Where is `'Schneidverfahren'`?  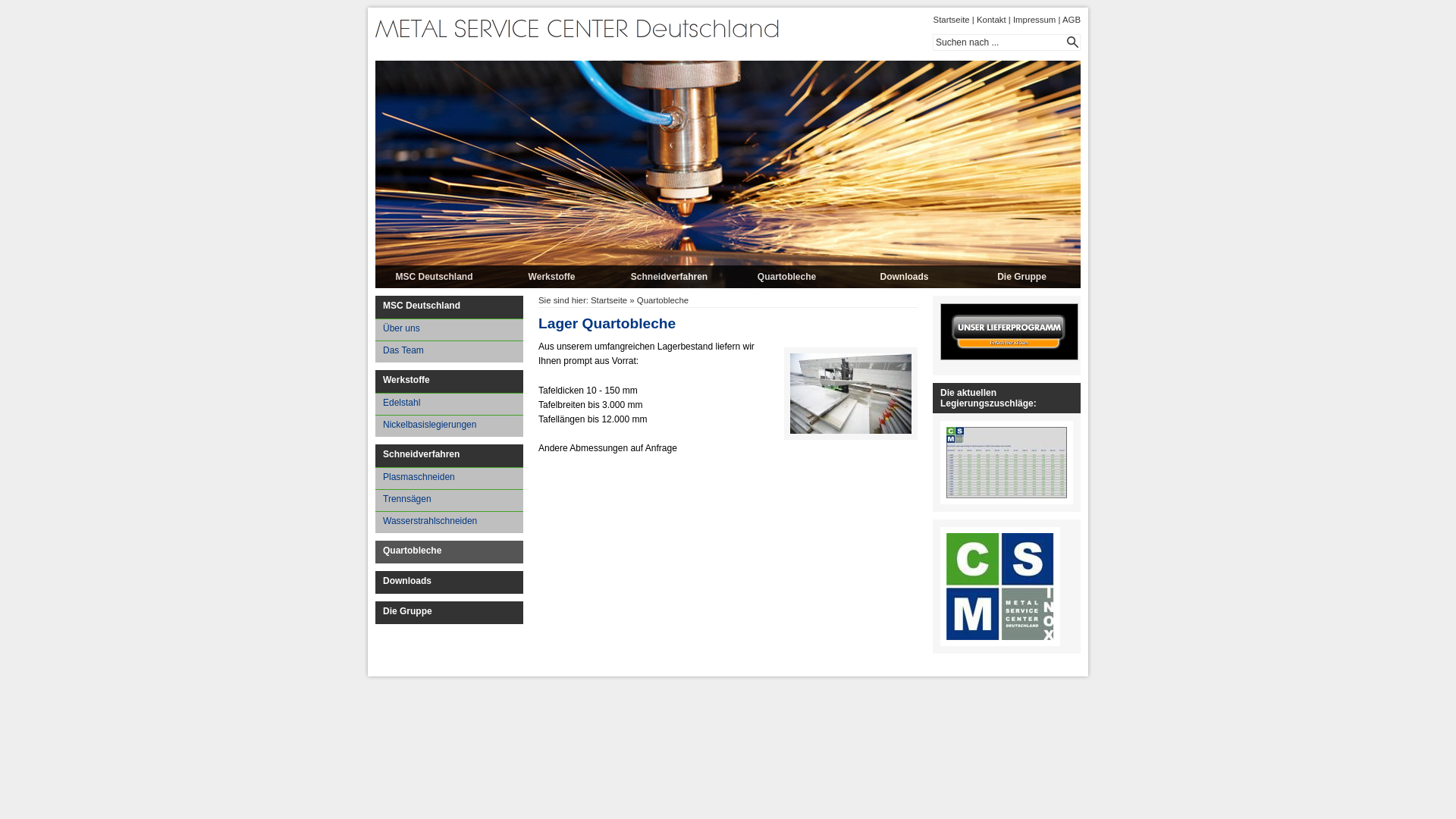 'Schneidverfahren' is located at coordinates (668, 277).